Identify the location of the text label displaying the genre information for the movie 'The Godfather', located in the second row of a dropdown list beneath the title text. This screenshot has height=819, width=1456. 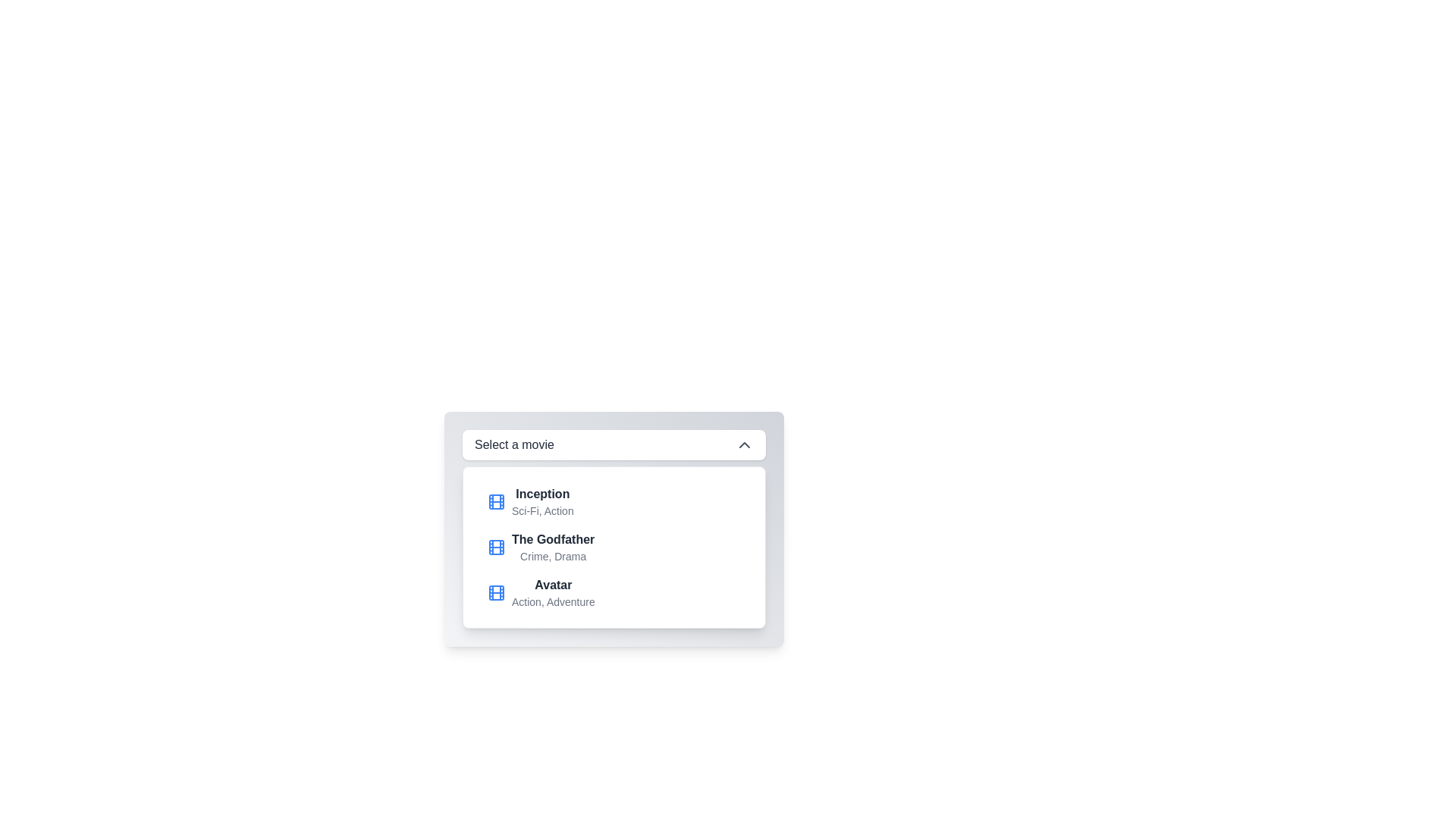
(552, 556).